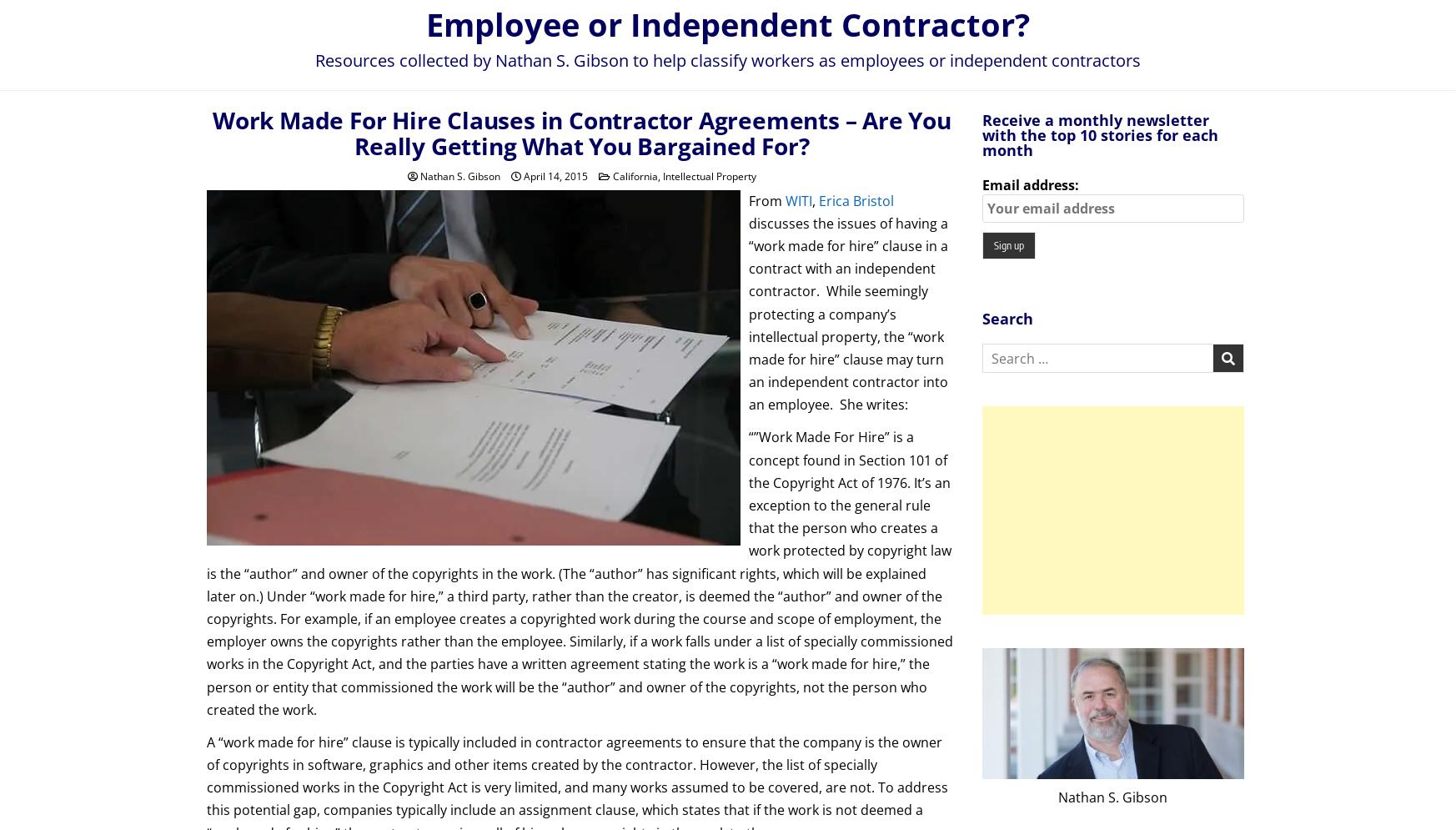  I want to click on 'Email address:', so click(1029, 184).